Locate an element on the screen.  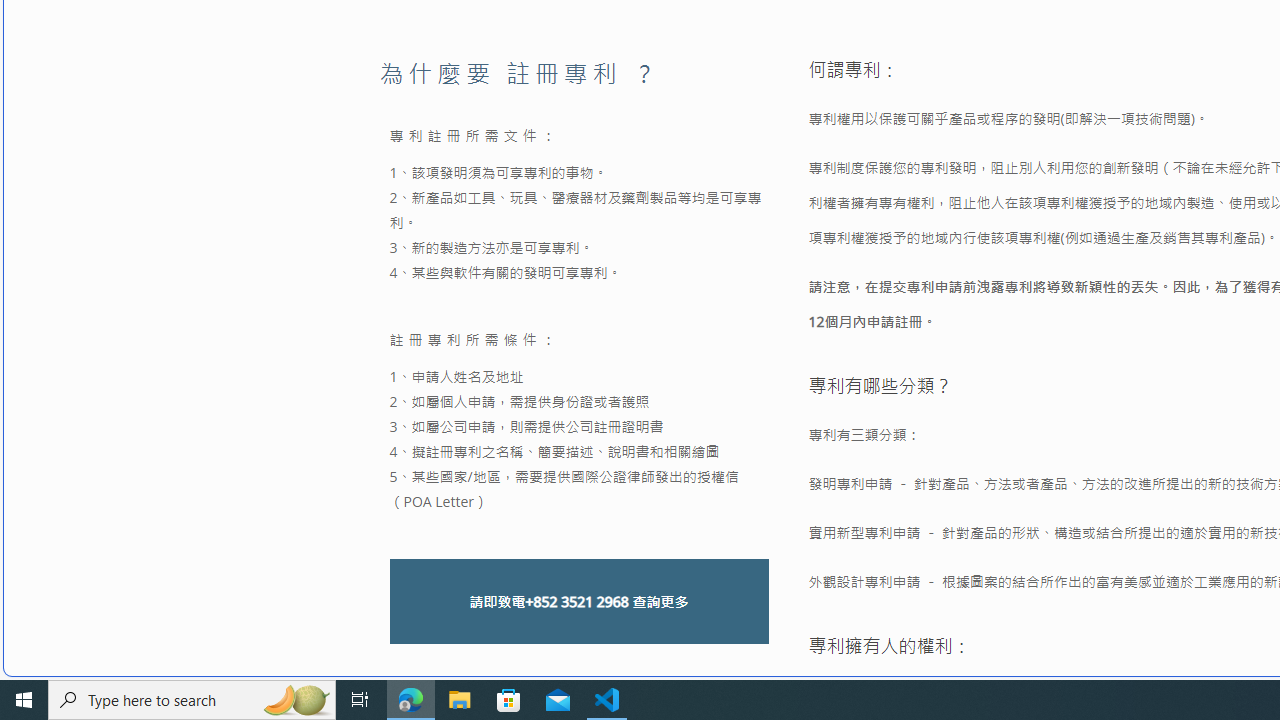
'+852 3521 2968' is located at coordinates (575, 600).